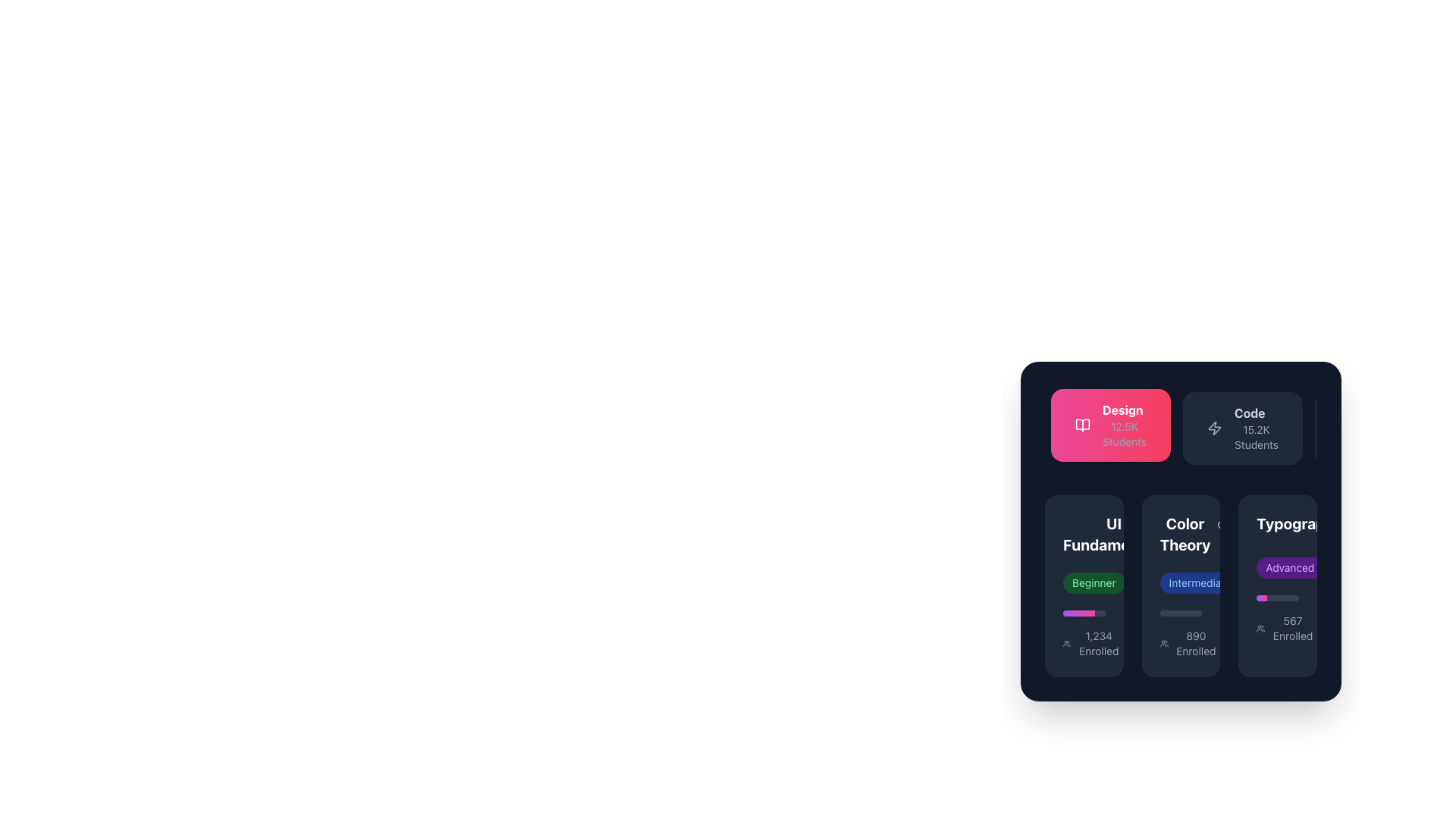 The image size is (1456, 819). What do you see at coordinates (1180, 613) in the screenshot?
I see `the visual changes of the progress bar located in the 'Color Theory' section, which indicates the intermediate course progress` at bounding box center [1180, 613].